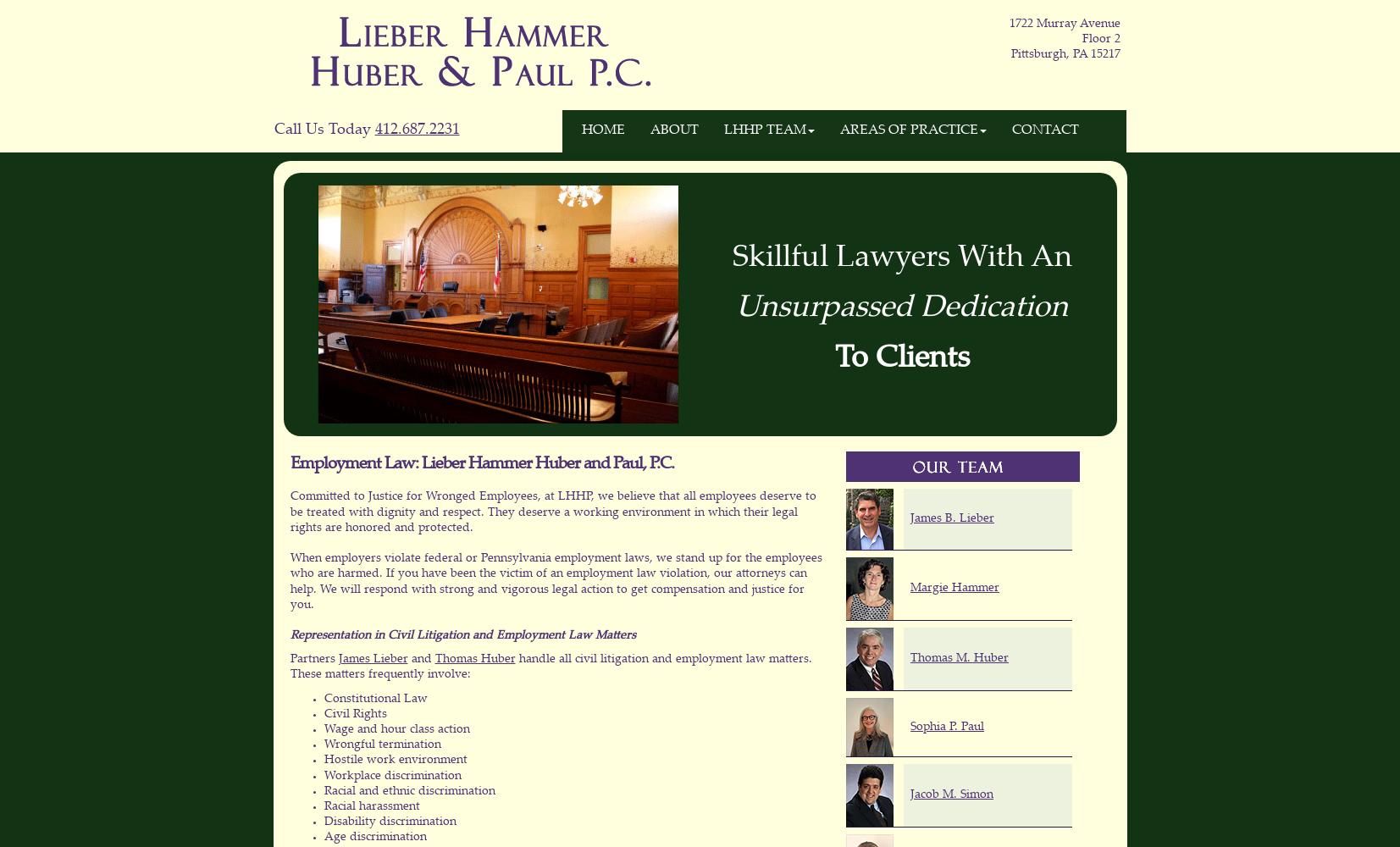 This screenshot has width=1400, height=847. Describe the element at coordinates (551, 512) in the screenshot. I see `'Committed to Justice for Wronged Employees, at LHHP, we believe that all employees deserve to be treated with dignity and respect. They deserve a working environment in which their legal rights are honored and protected.'` at that location.